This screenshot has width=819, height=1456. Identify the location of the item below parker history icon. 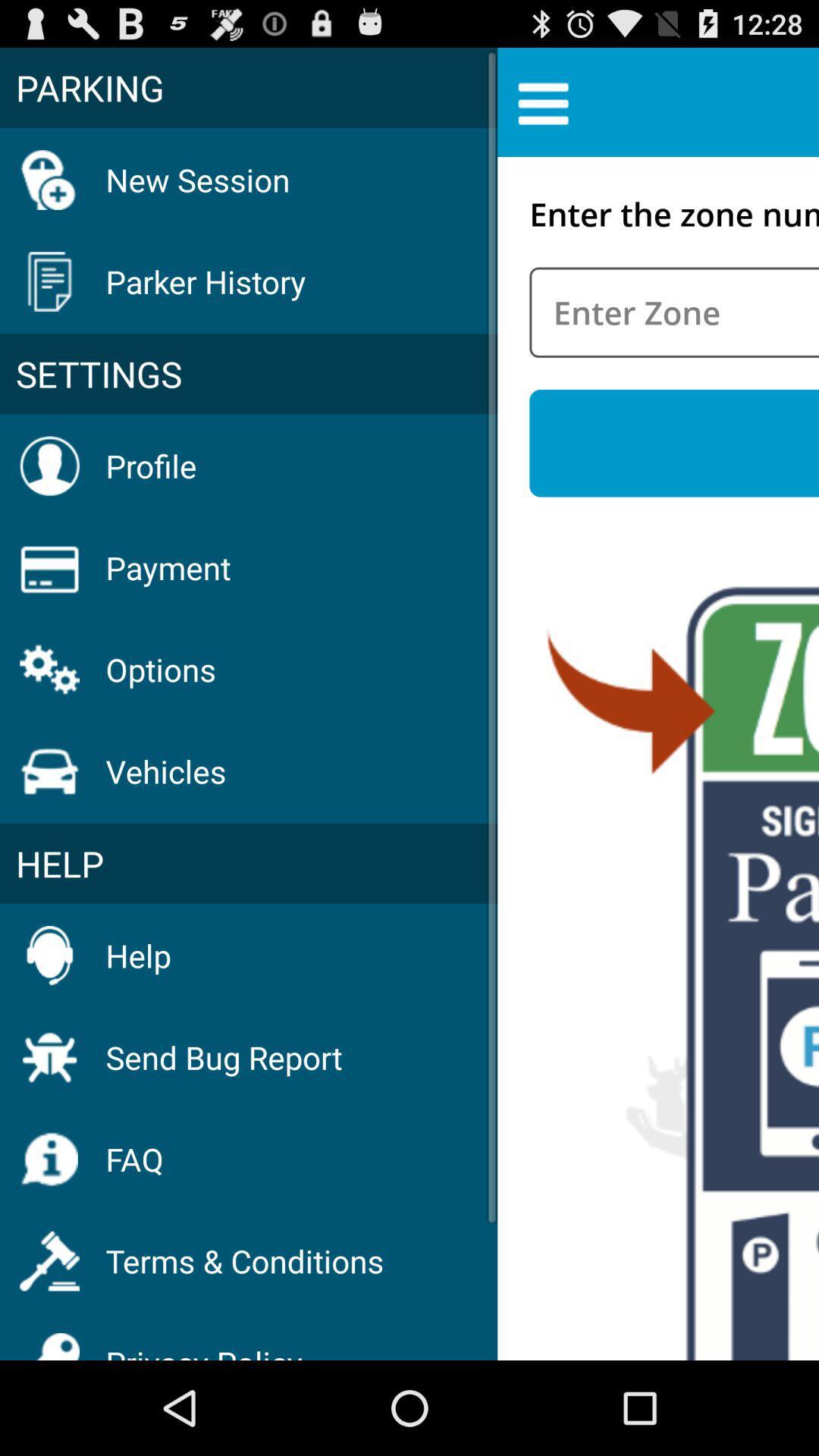
(248, 374).